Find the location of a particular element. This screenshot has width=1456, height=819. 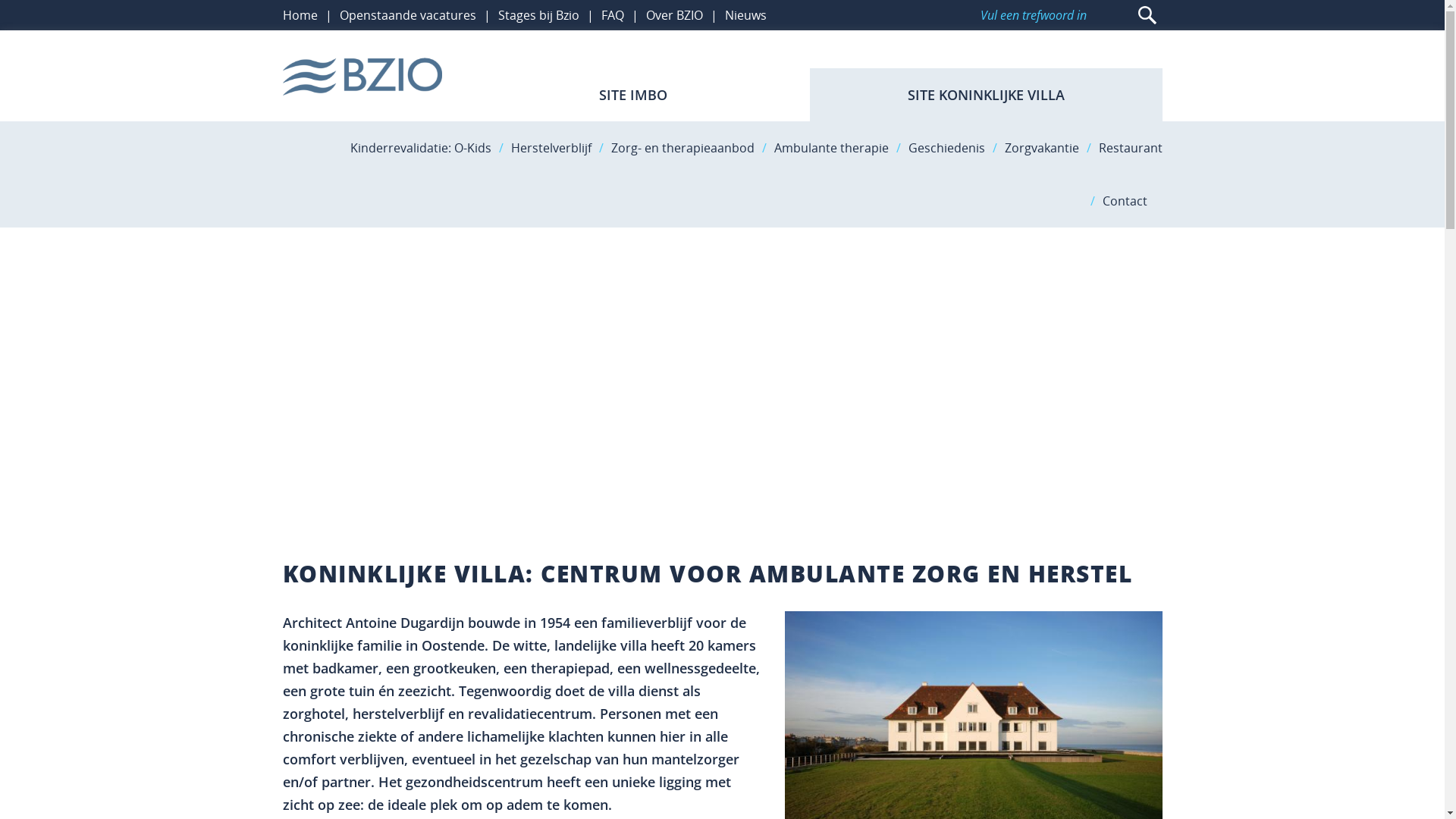

'Kinderrevalidatie: O-Kids' is located at coordinates (421, 148).